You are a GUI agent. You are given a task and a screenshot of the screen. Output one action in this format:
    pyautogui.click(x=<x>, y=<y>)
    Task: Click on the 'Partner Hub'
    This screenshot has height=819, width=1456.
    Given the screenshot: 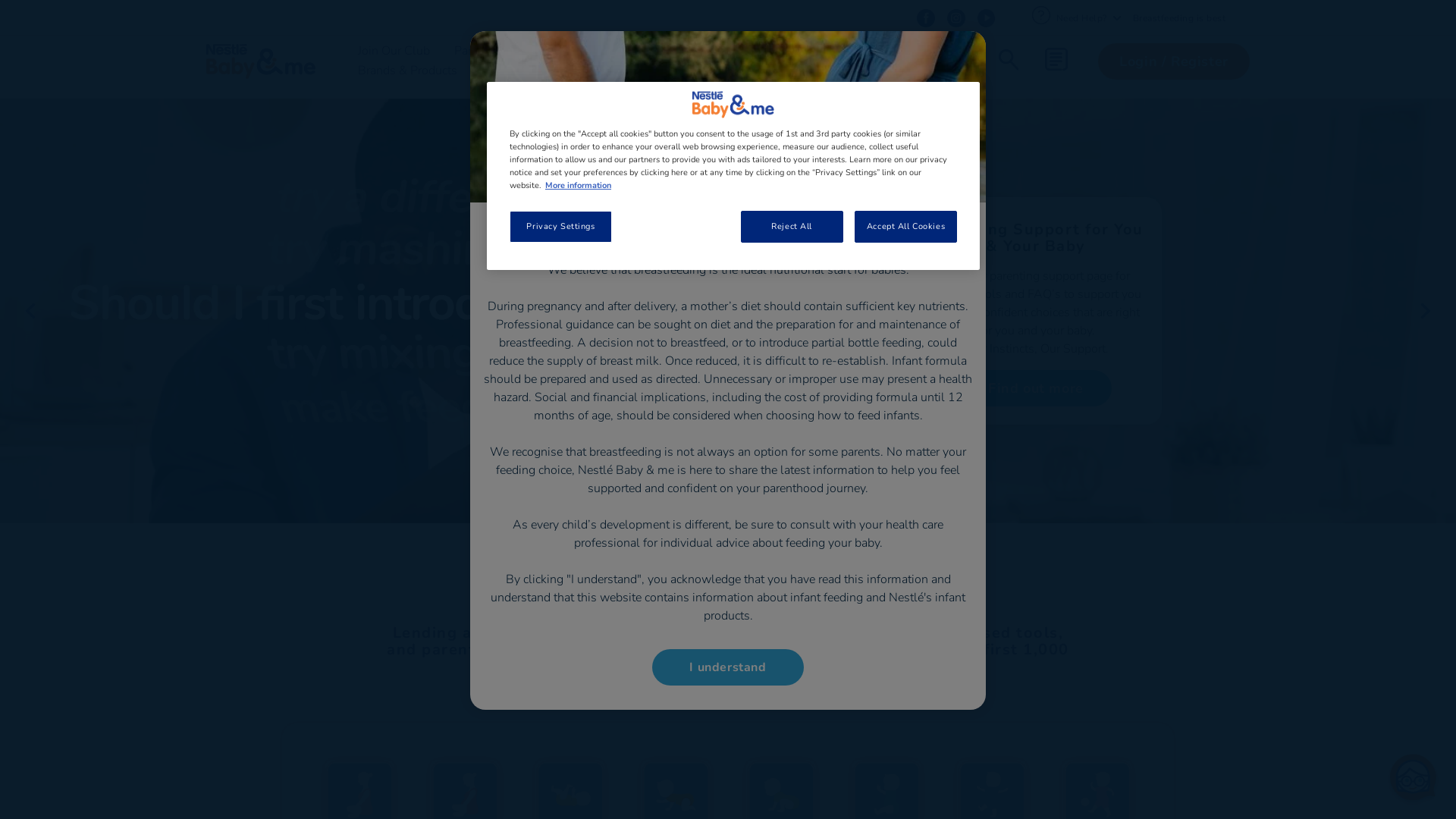 What is the action you would take?
    pyautogui.click(x=827, y=49)
    